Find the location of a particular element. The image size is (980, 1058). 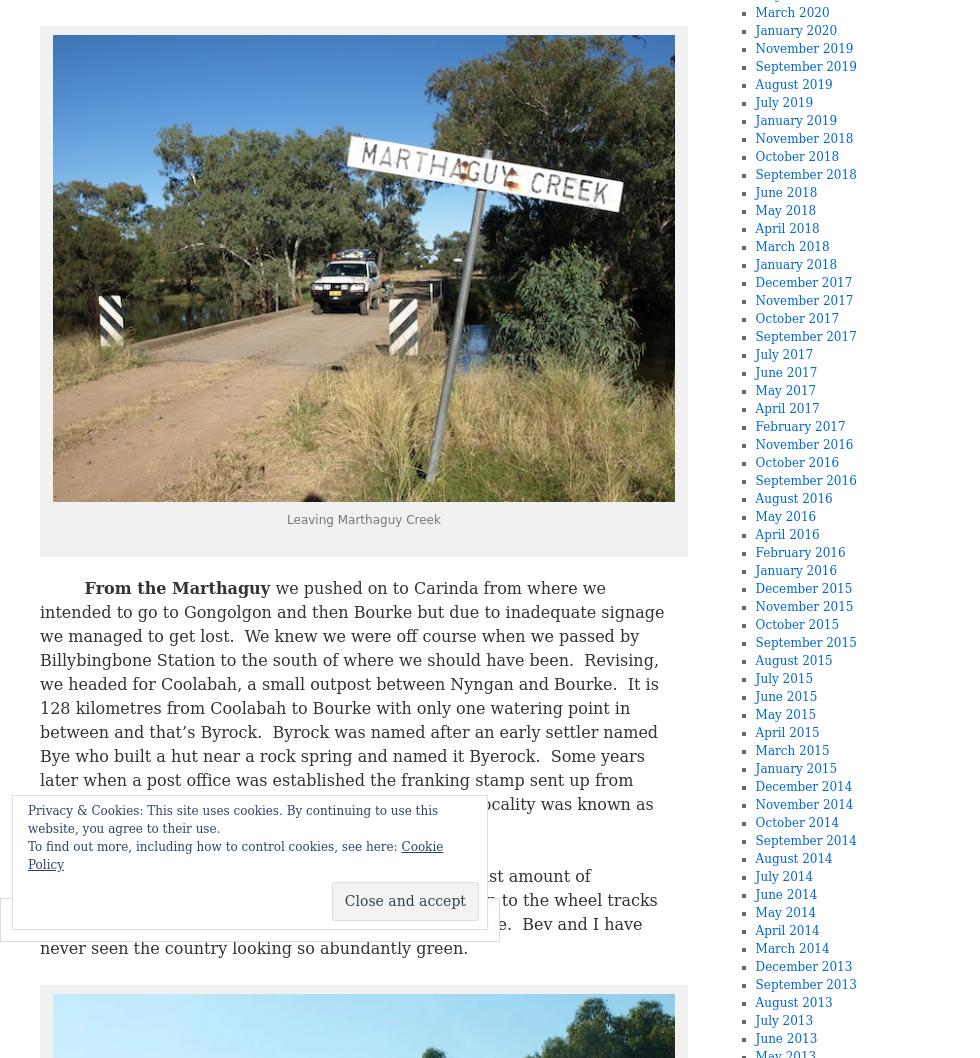

'November 2017' is located at coordinates (803, 300).